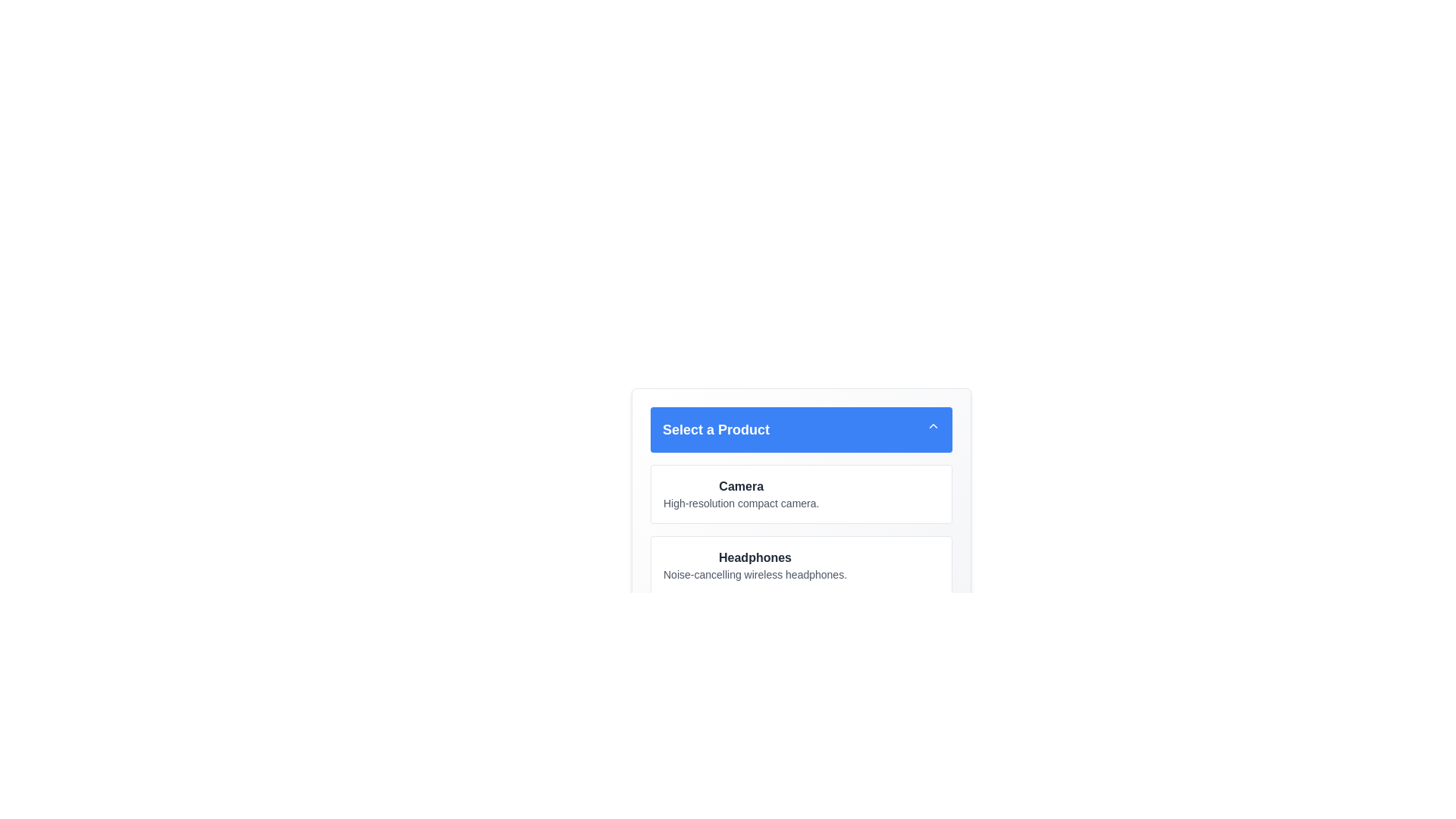 Image resolution: width=1456 pixels, height=819 pixels. Describe the element at coordinates (715, 430) in the screenshot. I see `'Select a Product' text label, which is prominently styled in bold white text on a blue background within an interactive dropdown menu` at that location.